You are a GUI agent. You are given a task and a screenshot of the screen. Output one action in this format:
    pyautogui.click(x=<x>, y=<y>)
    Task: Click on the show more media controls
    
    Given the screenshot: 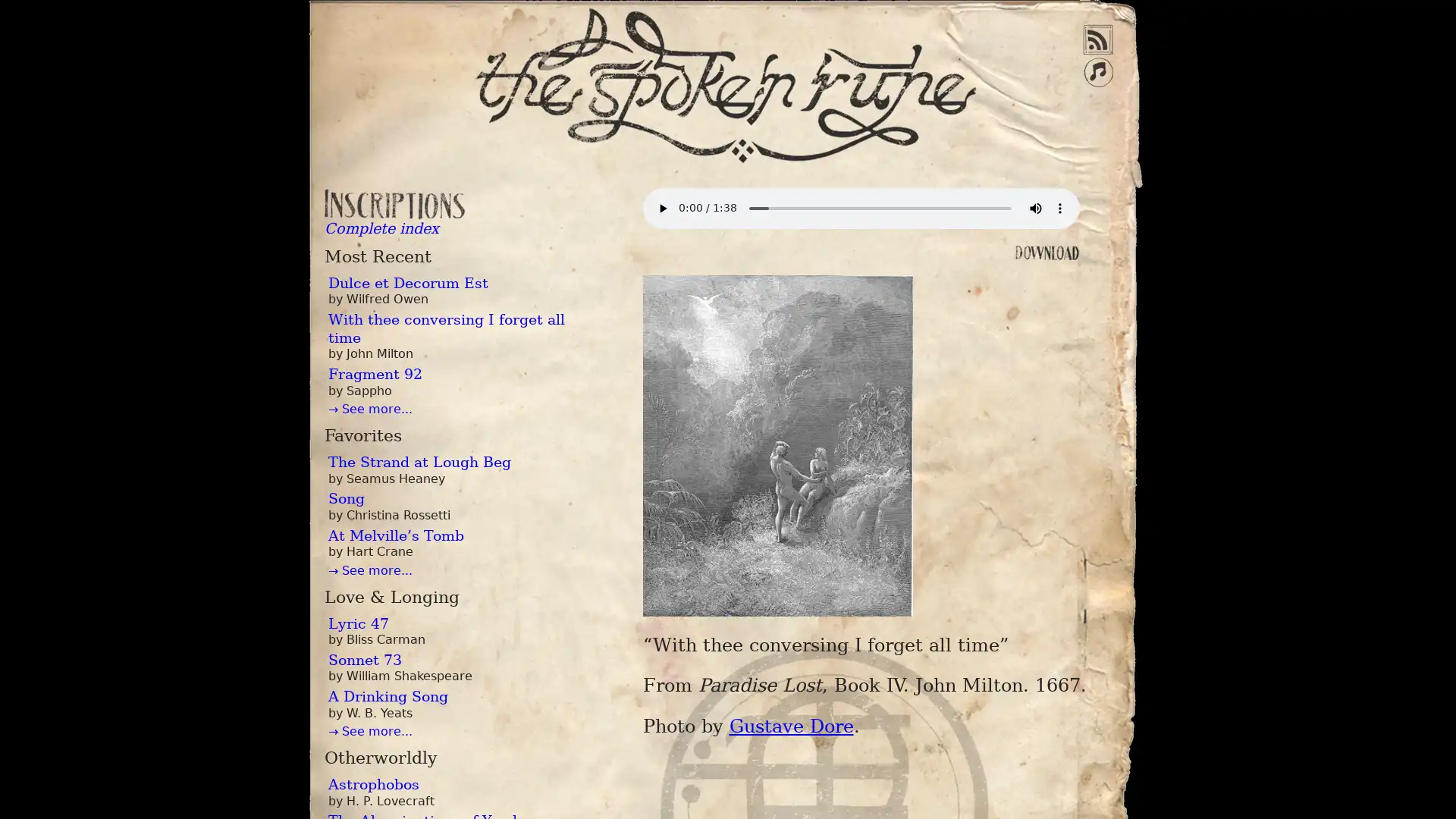 What is the action you would take?
    pyautogui.click(x=1058, y=208)
    